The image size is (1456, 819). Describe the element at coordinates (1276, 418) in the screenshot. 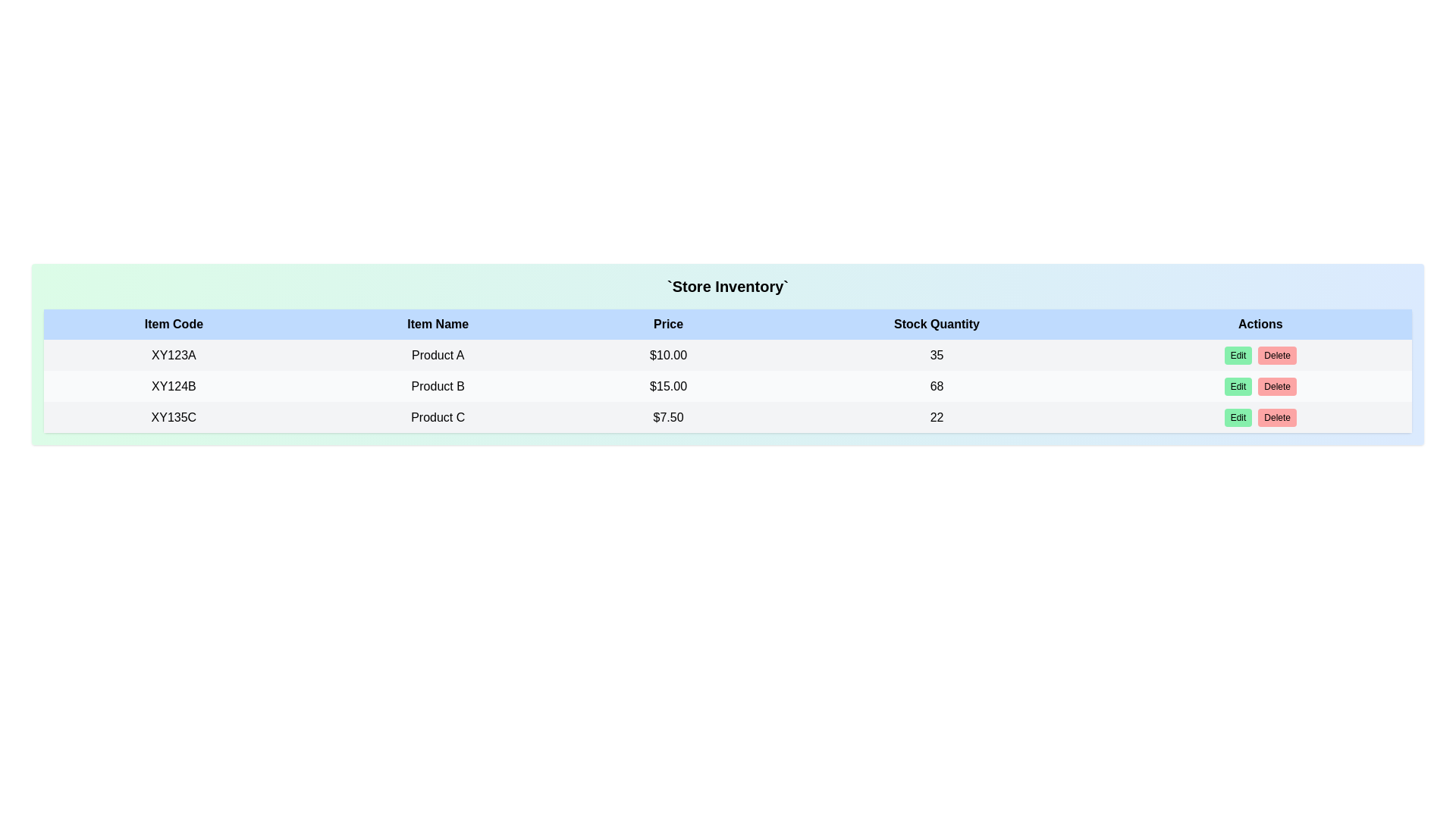

I see `the 'Delete' button, which is a rectangular button with a light red background and black text, located in the rightmost column of the last row in a table, adjacent to an 'Edit' button` at that location.